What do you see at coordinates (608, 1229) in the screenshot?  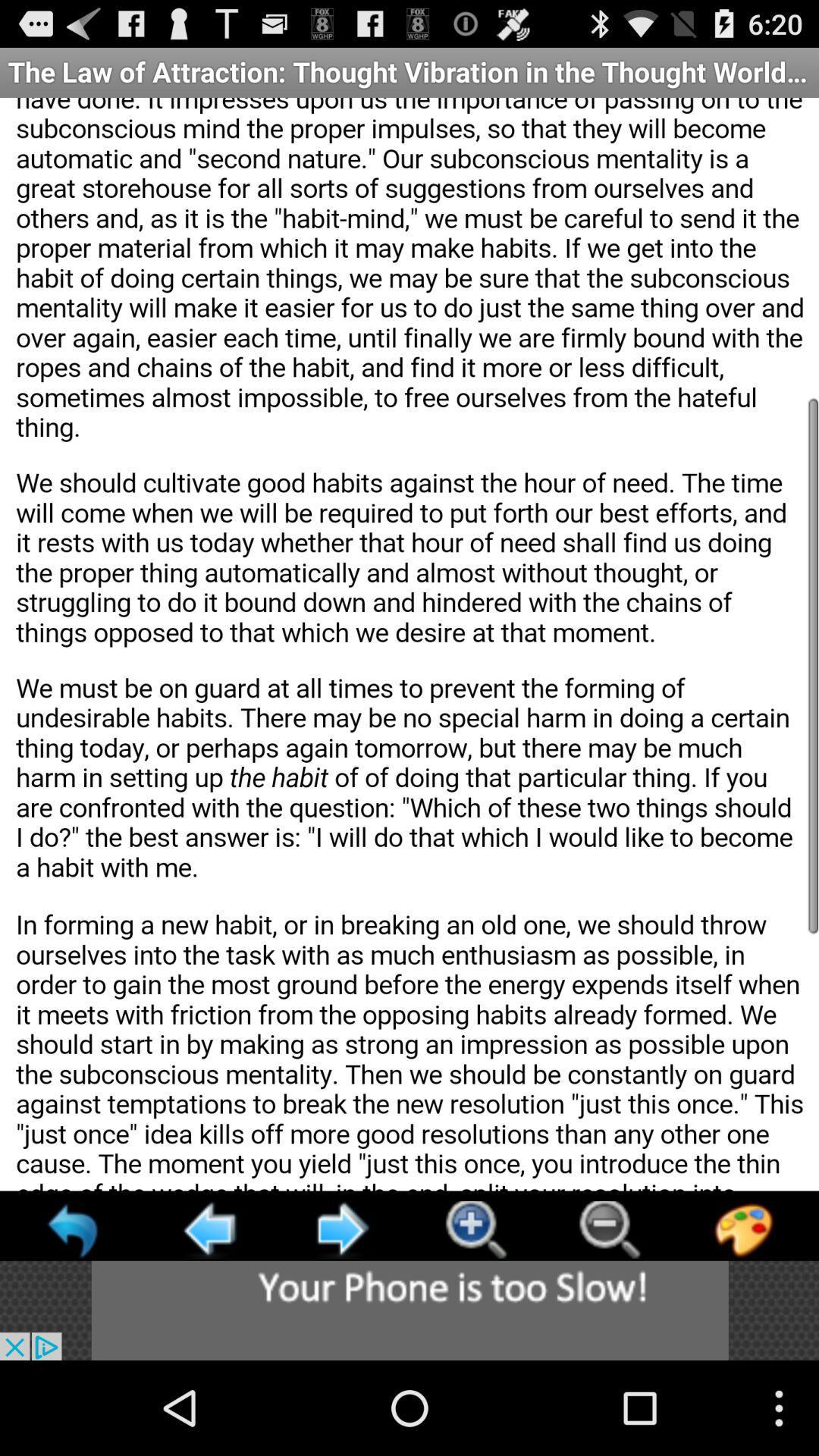 I see `reduce image` at bounding box center [608, 1229].